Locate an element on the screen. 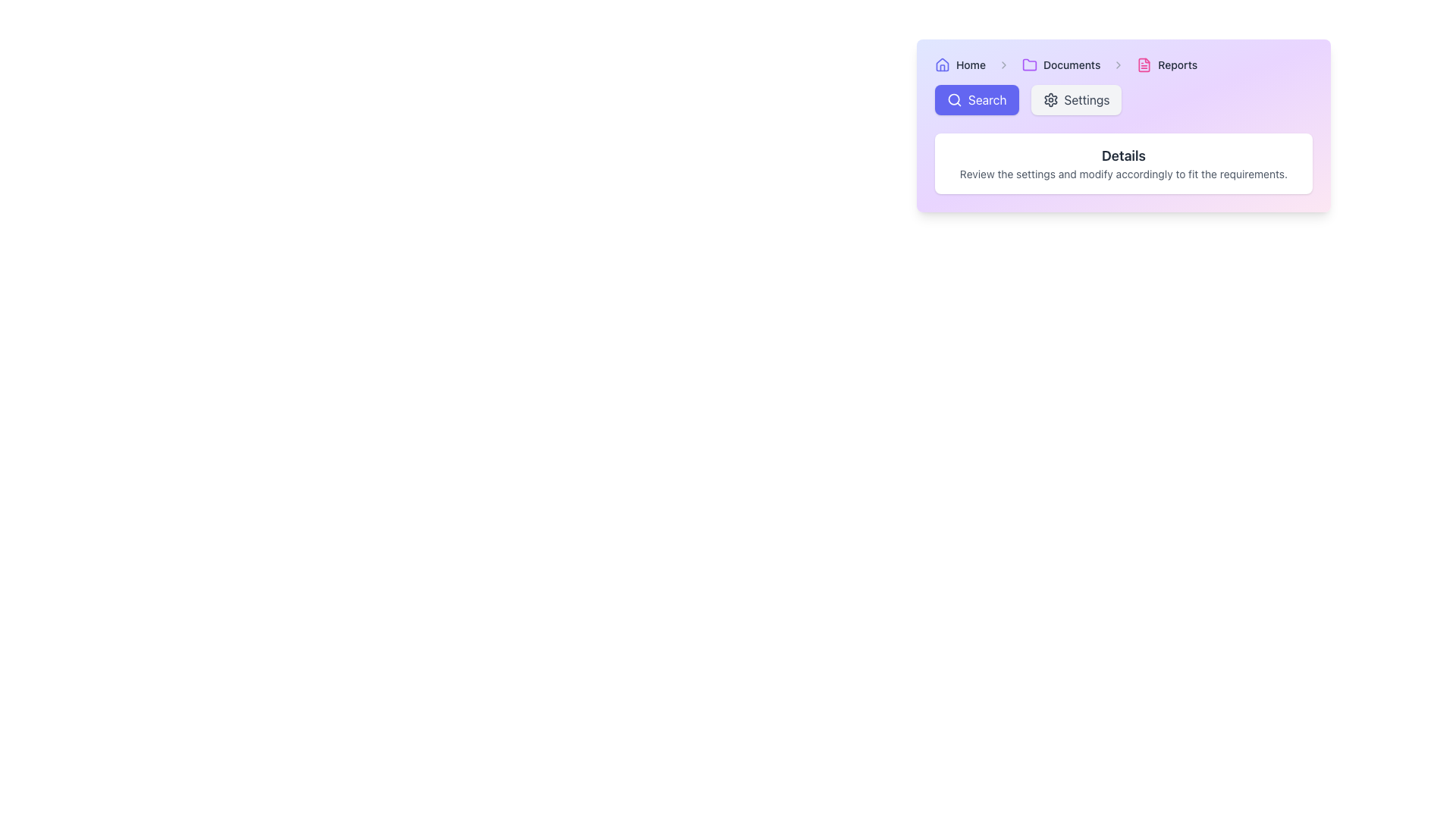  the 'Settings' text label, which is displayed in dark gray with a rounded rectangular button style, located in the top-right section of the application interface is located at coordinates (1086, 99).